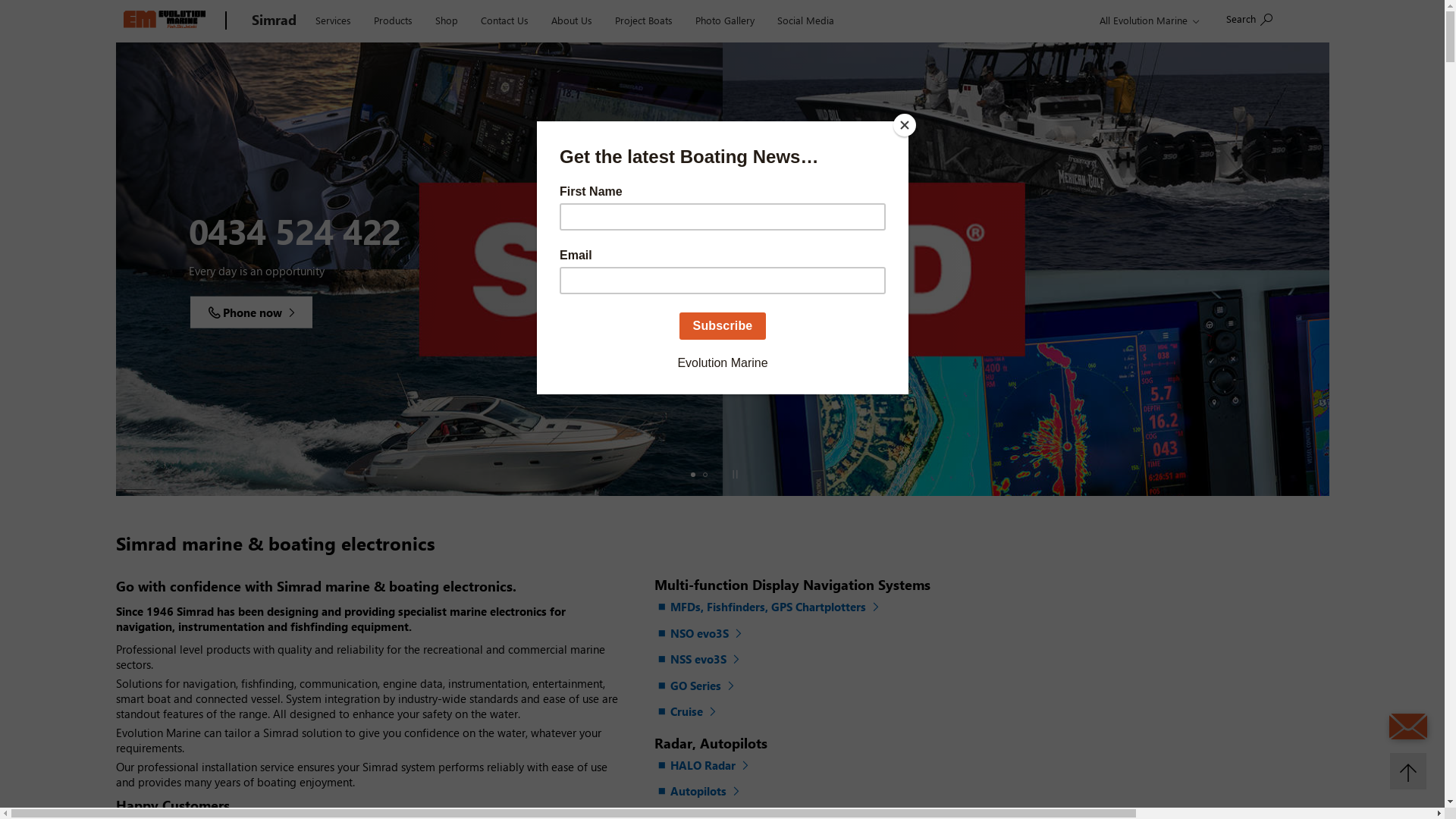 This screenshot has height=819, width=1456. I want to click on 'NSO evo3S', so click(699, 634).